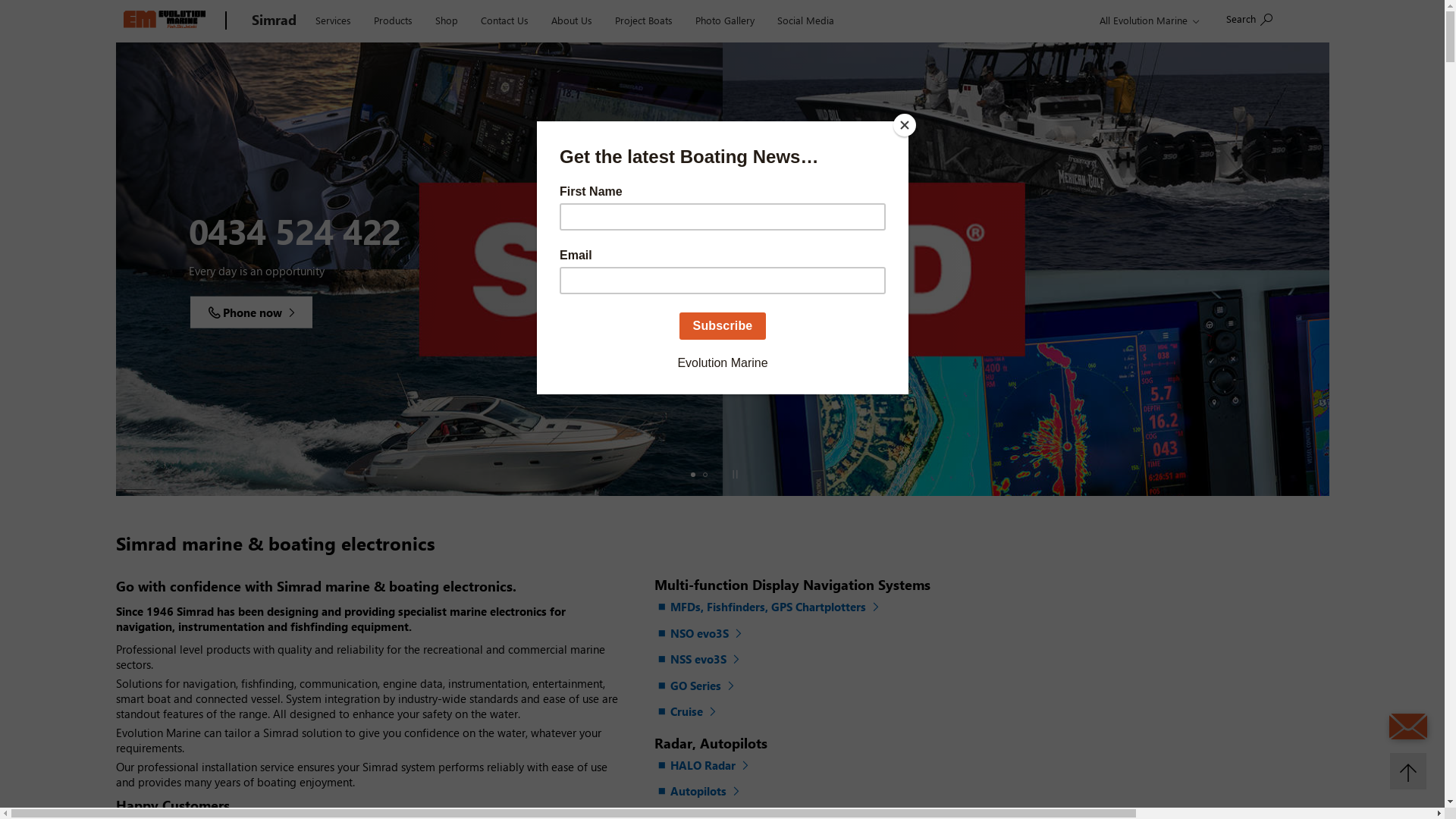 This screenshot has height=819, width=1456. I want to click on 'NSO evo3S', so click(699, 634).